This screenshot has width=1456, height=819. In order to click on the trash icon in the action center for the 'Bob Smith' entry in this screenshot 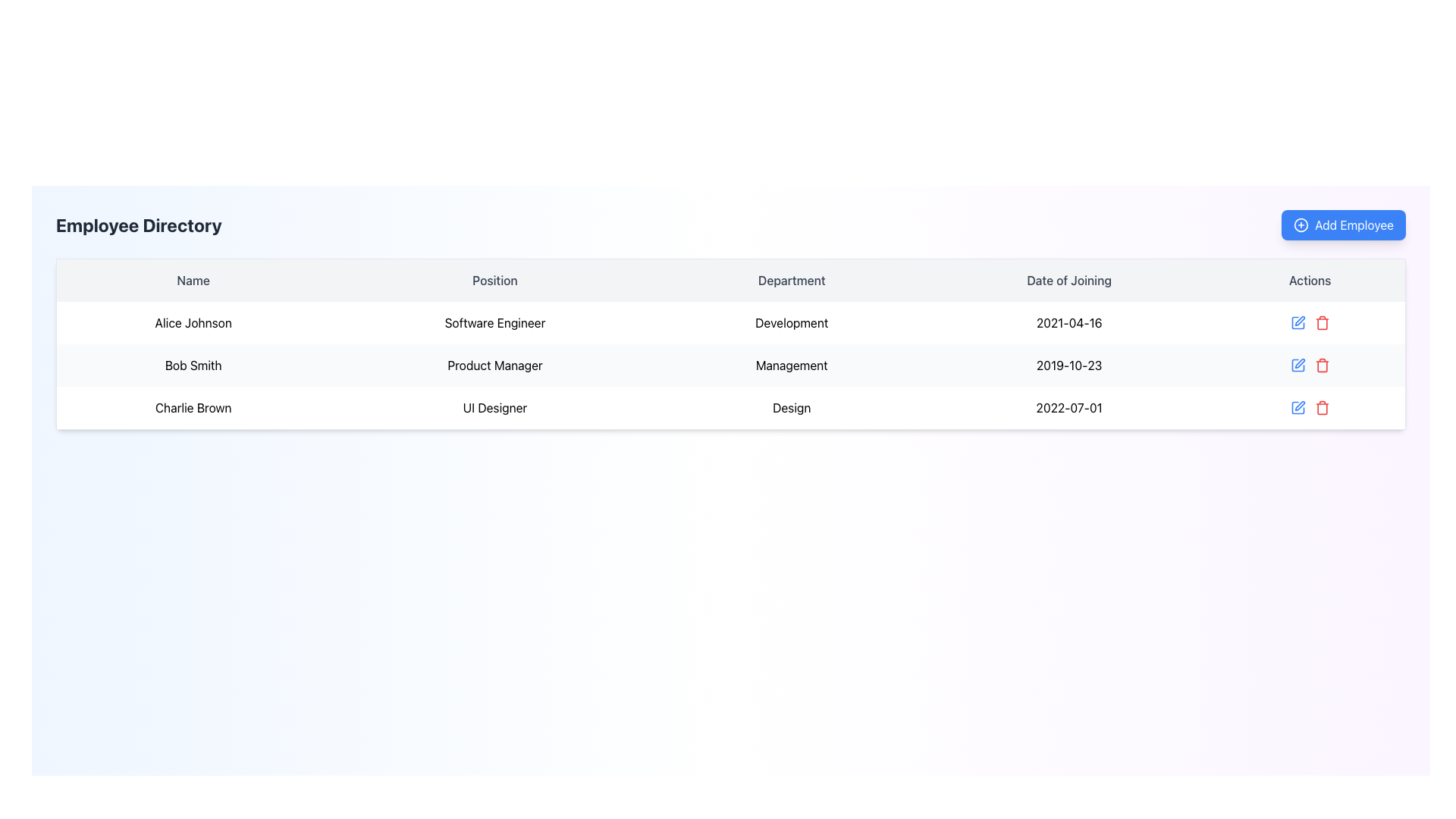, I will do `click(1309, 366)`.